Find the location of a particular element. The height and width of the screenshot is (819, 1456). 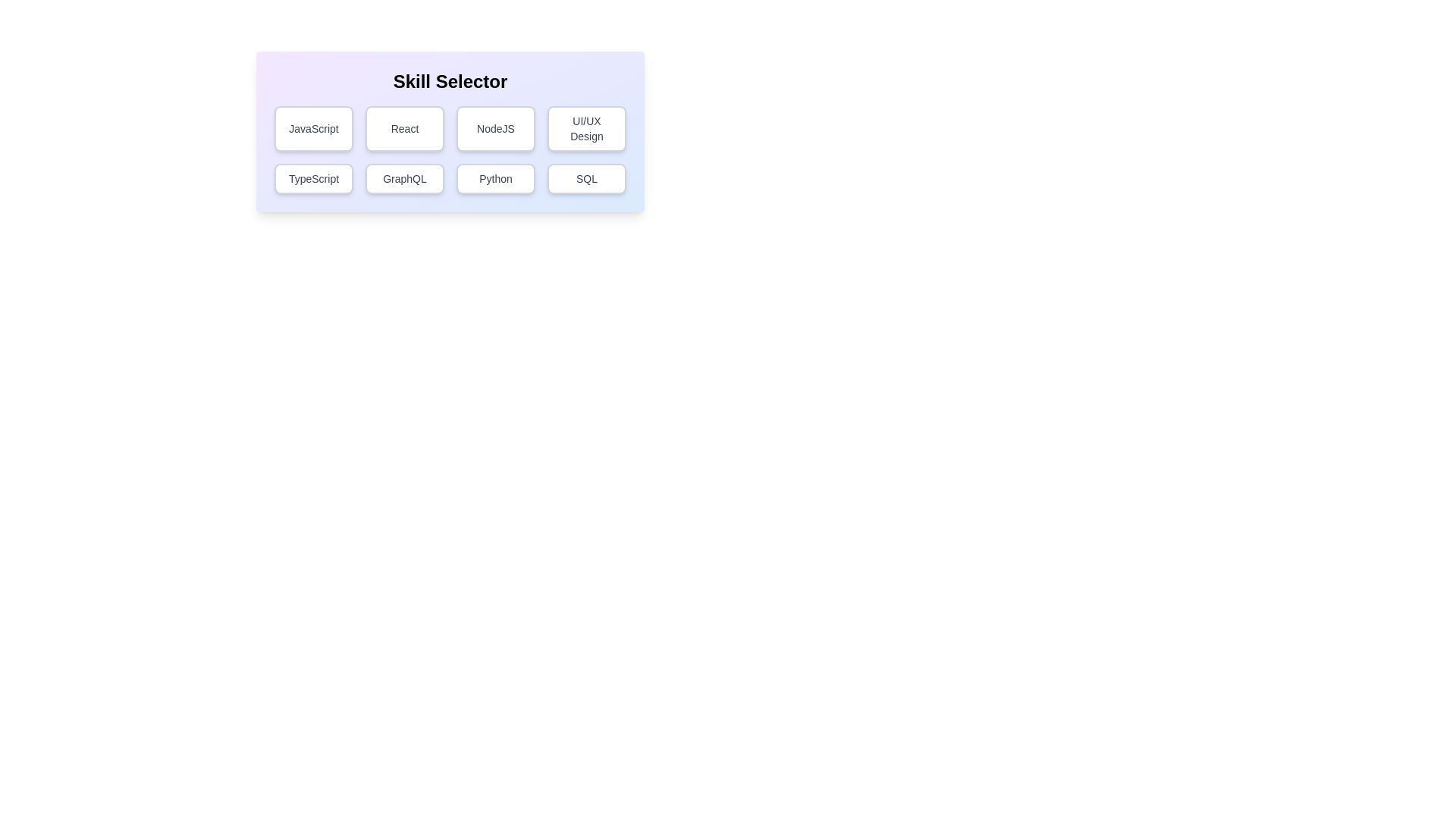

the skill button labeled UI/UX Design to observe hover effects is located at coordinates (585, 127).